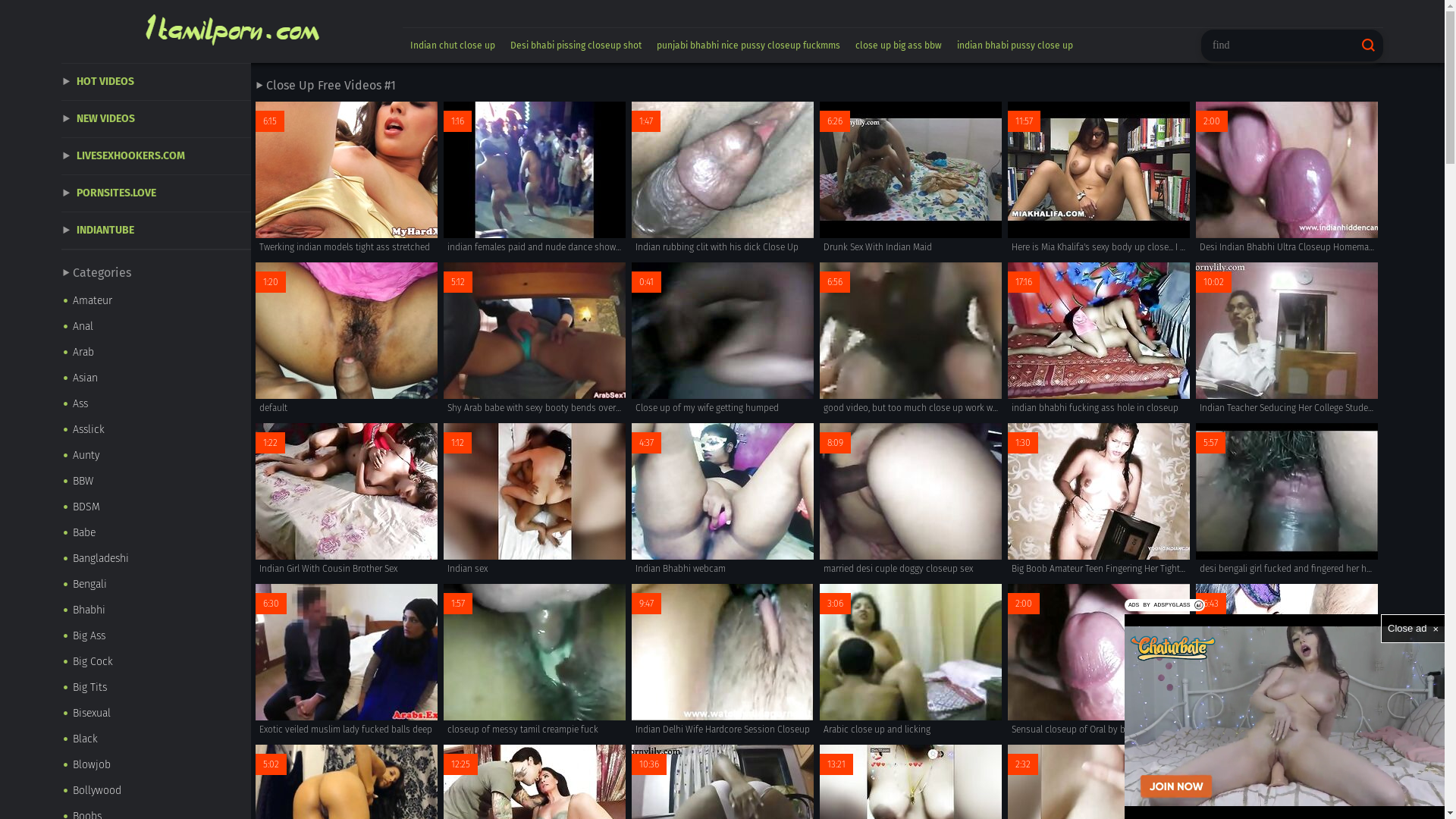  Describe the element at coordinates (156, 687) in the screenshot. I see `'Big Tits'` at that location.